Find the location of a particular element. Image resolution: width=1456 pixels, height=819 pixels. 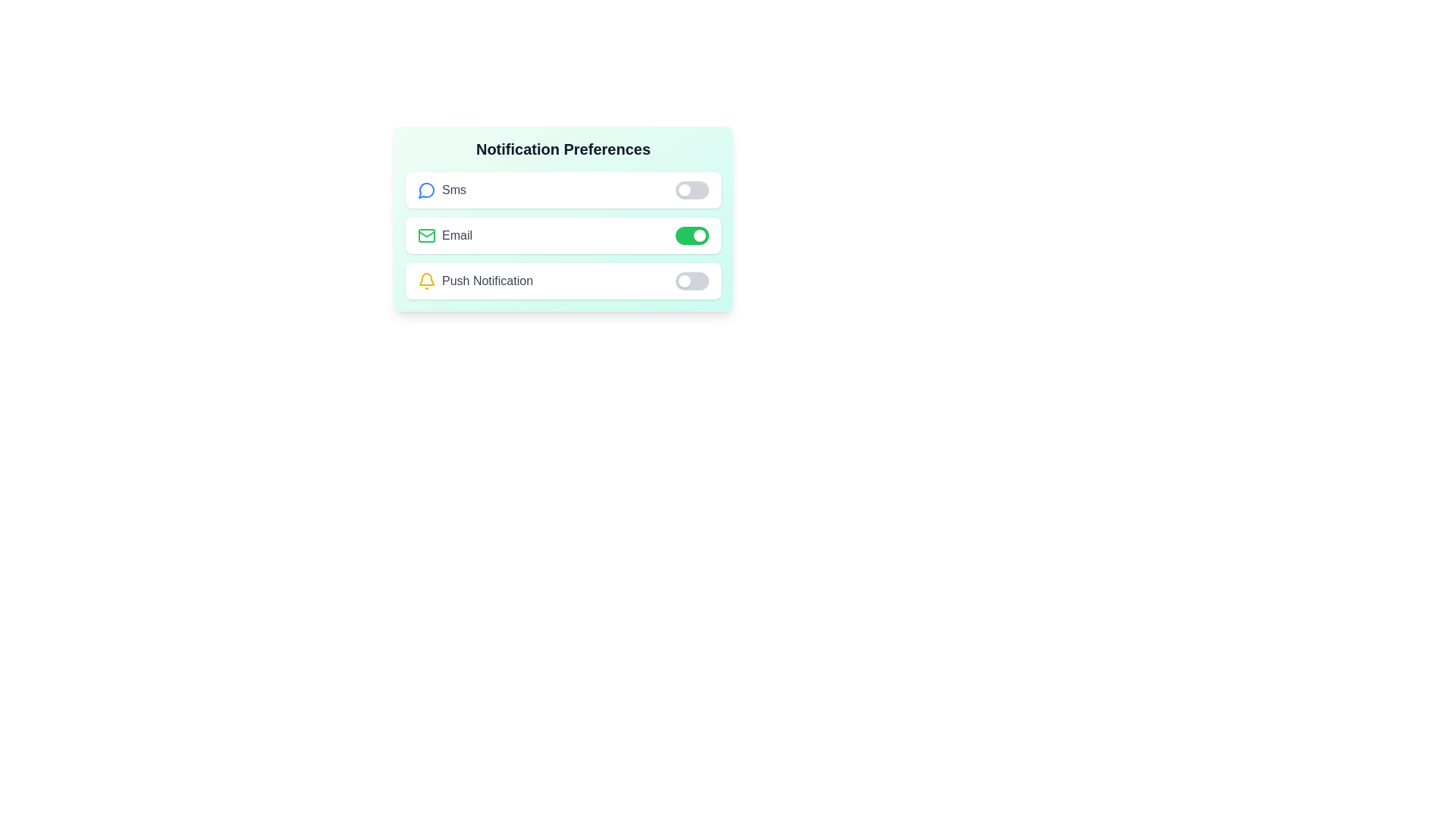

the email notification icon in the notification preferences list, which is the second item between the SMS and Push Notification options is located at coordinates (444, 236).